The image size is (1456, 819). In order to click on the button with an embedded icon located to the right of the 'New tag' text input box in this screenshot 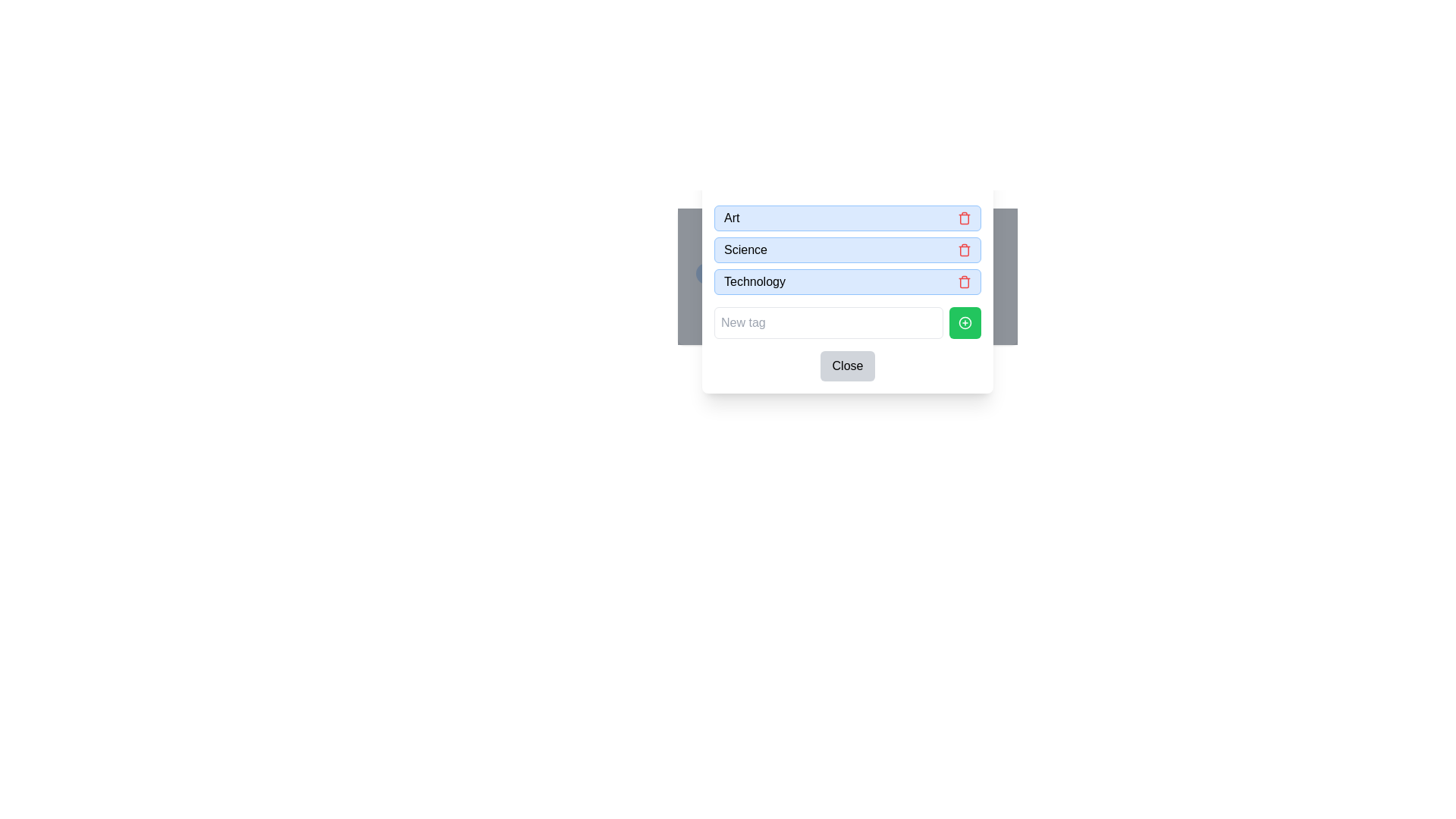, I will do `click(964, 322)`.